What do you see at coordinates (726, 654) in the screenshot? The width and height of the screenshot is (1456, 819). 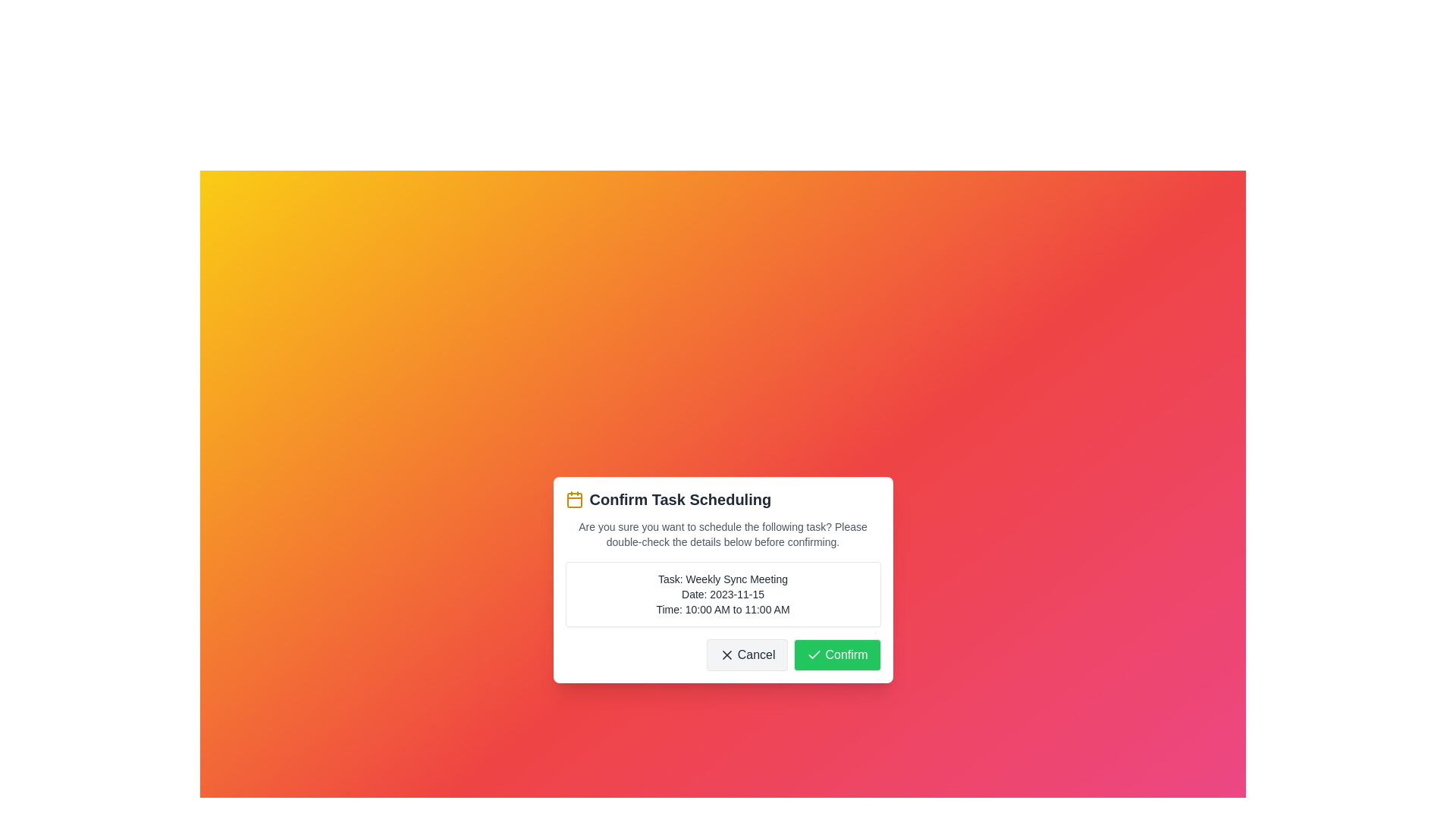 I see `the 'X' icon located within the 'Cancel' button in the dialog box` at bounding box center [726, 654].